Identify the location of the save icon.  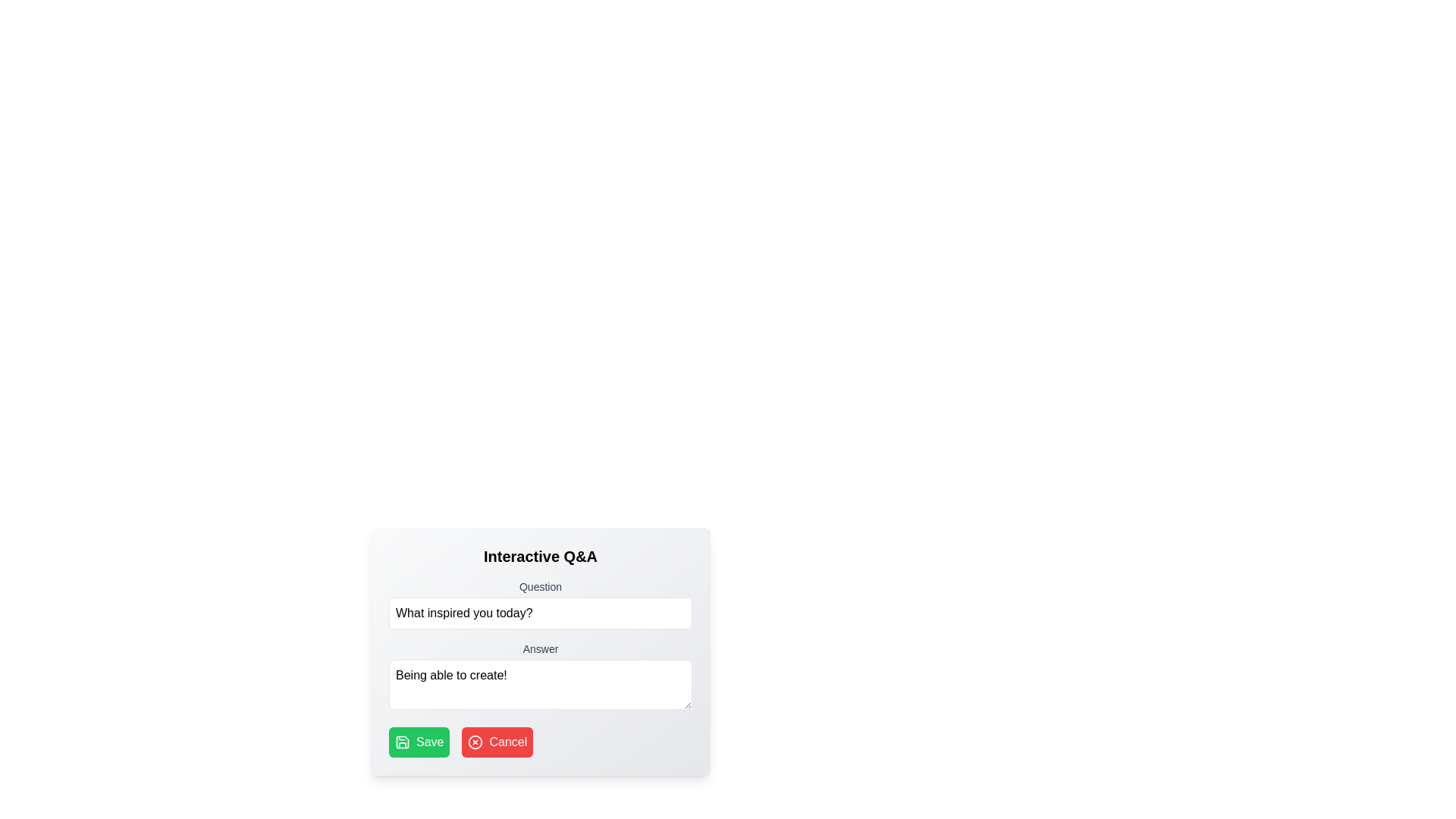
(403, 742).